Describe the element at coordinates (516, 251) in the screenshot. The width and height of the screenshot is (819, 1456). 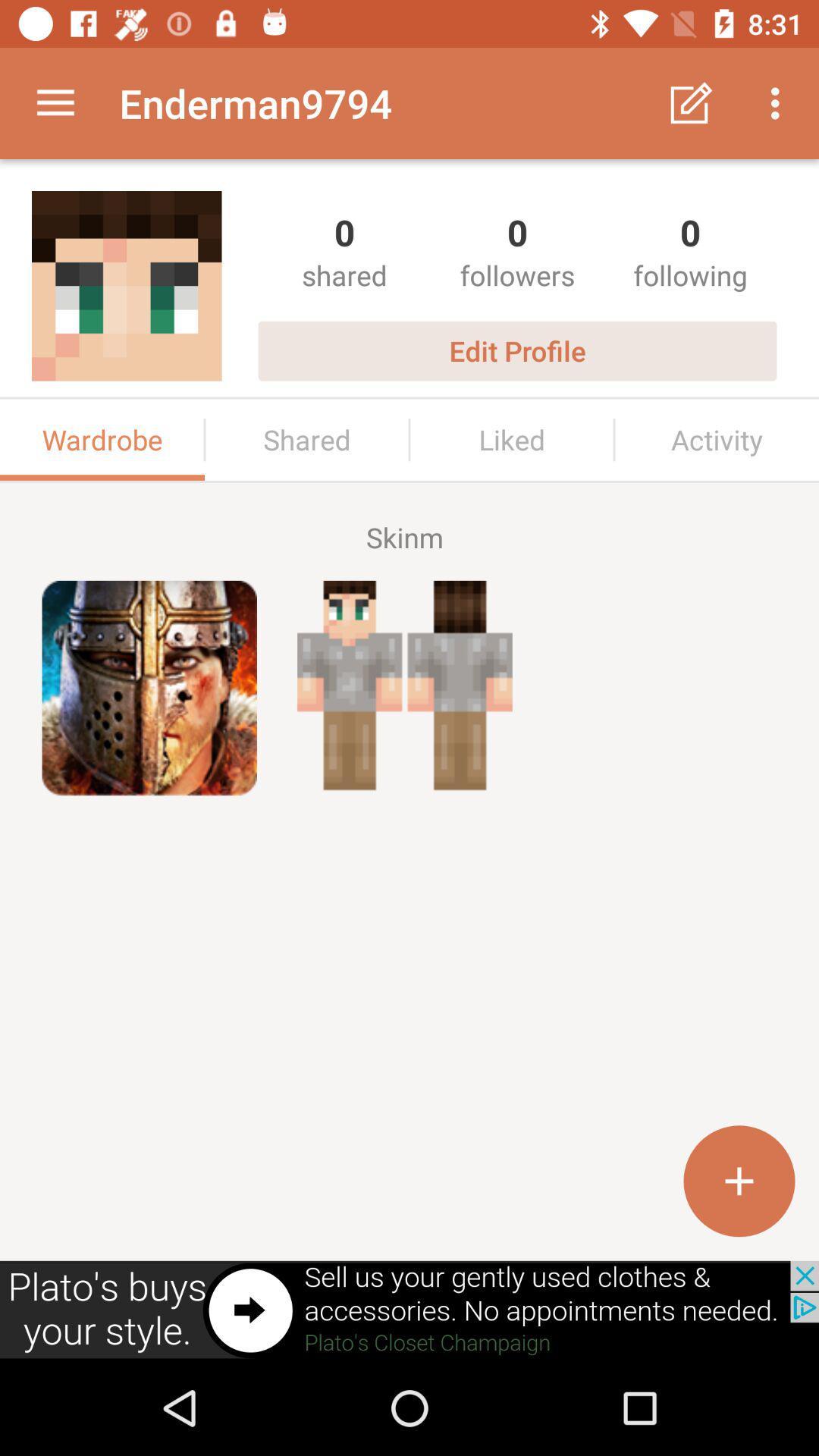
I see `0 followers` at that location.